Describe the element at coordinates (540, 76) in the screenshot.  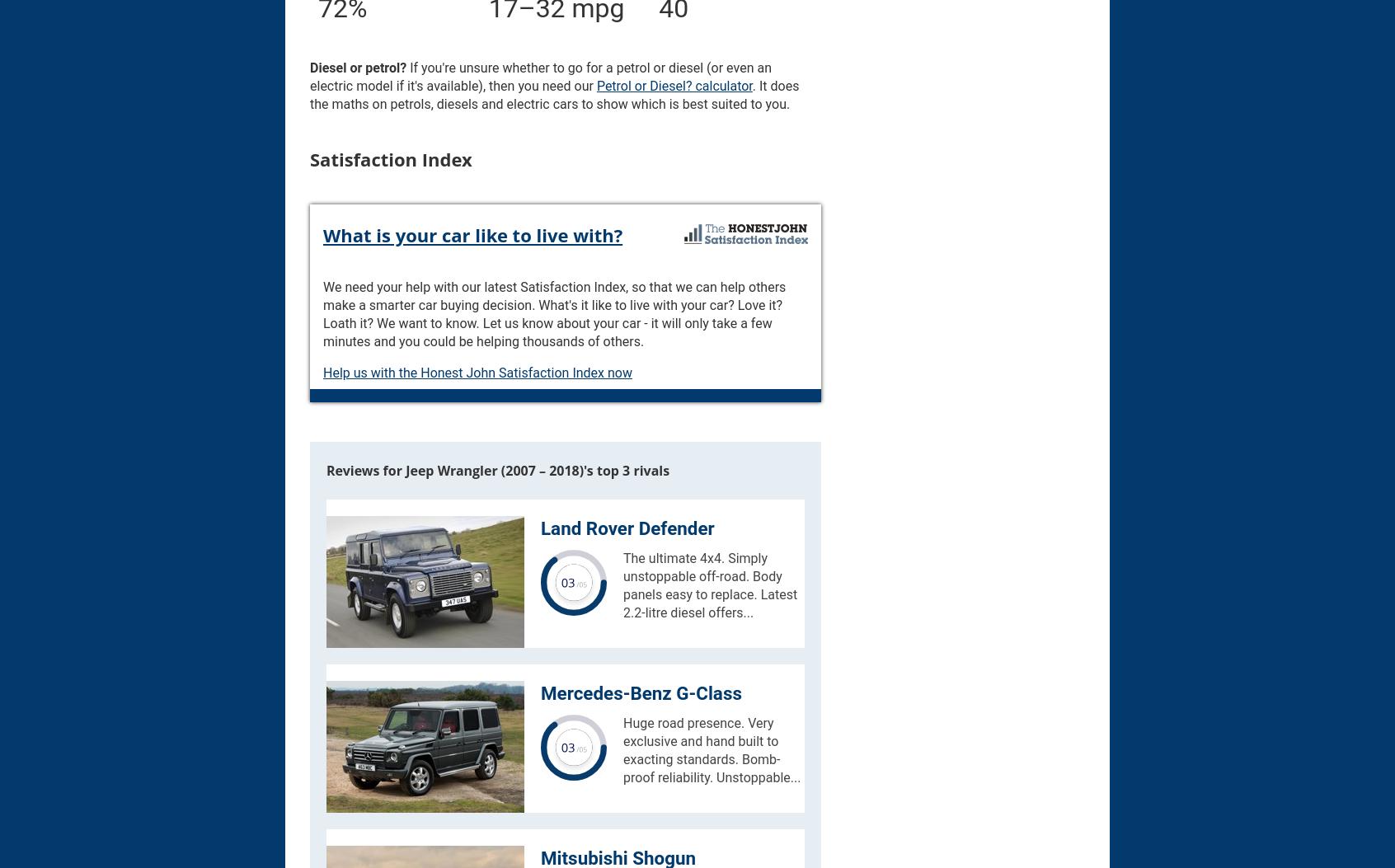
I see `'If you're unsure whether to go for a petrol or diesel (or even an electric model if it's available), then you need our'` at that location.